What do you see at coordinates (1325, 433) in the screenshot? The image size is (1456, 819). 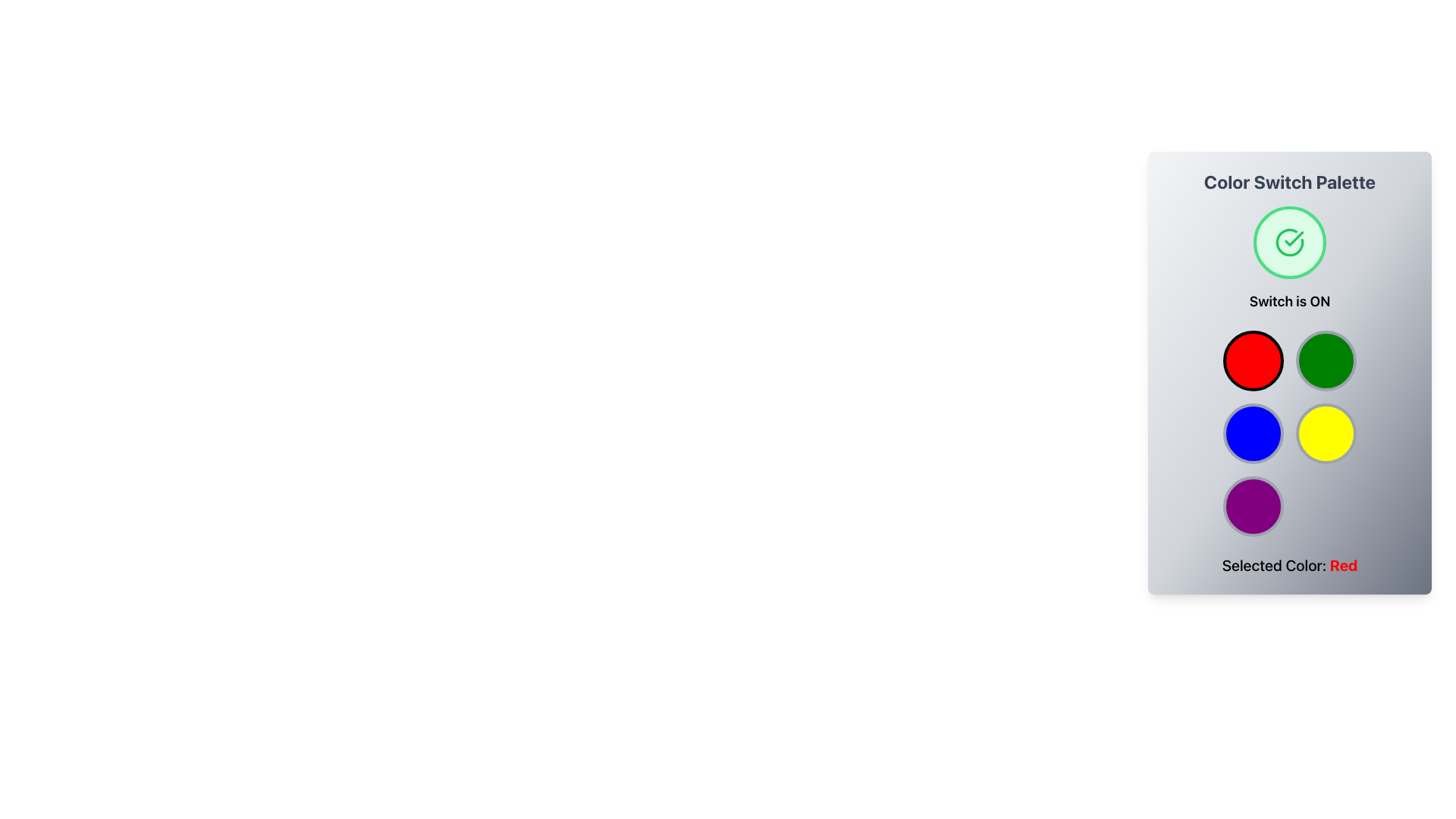 I see `the yellow color selection button located in the lower-right position of the Color Switch Palette` at bounding box center [1325, 433].